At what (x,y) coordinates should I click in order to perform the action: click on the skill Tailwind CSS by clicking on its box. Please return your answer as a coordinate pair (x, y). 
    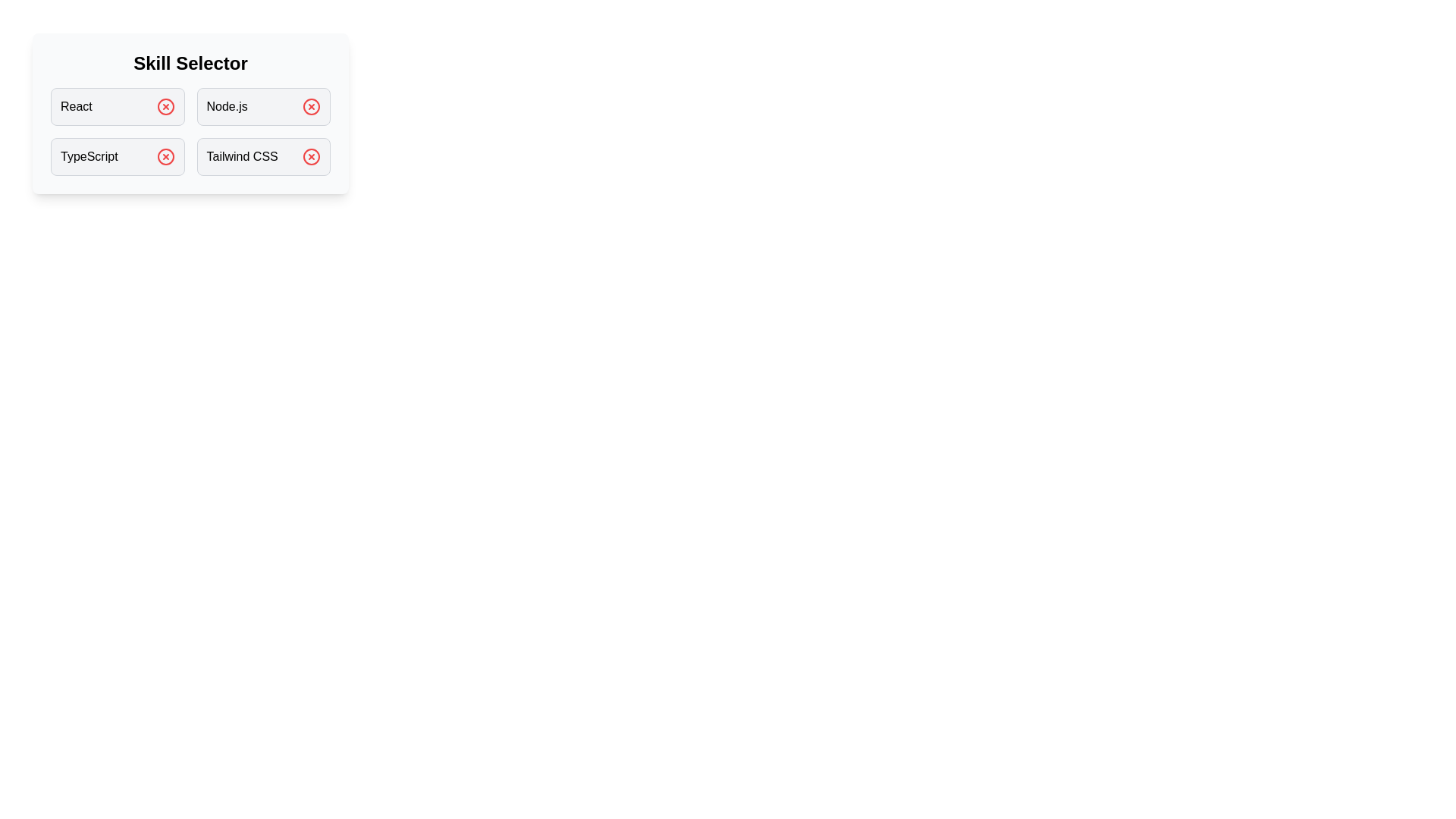
    Looking at the image, I should click on (263, 157).